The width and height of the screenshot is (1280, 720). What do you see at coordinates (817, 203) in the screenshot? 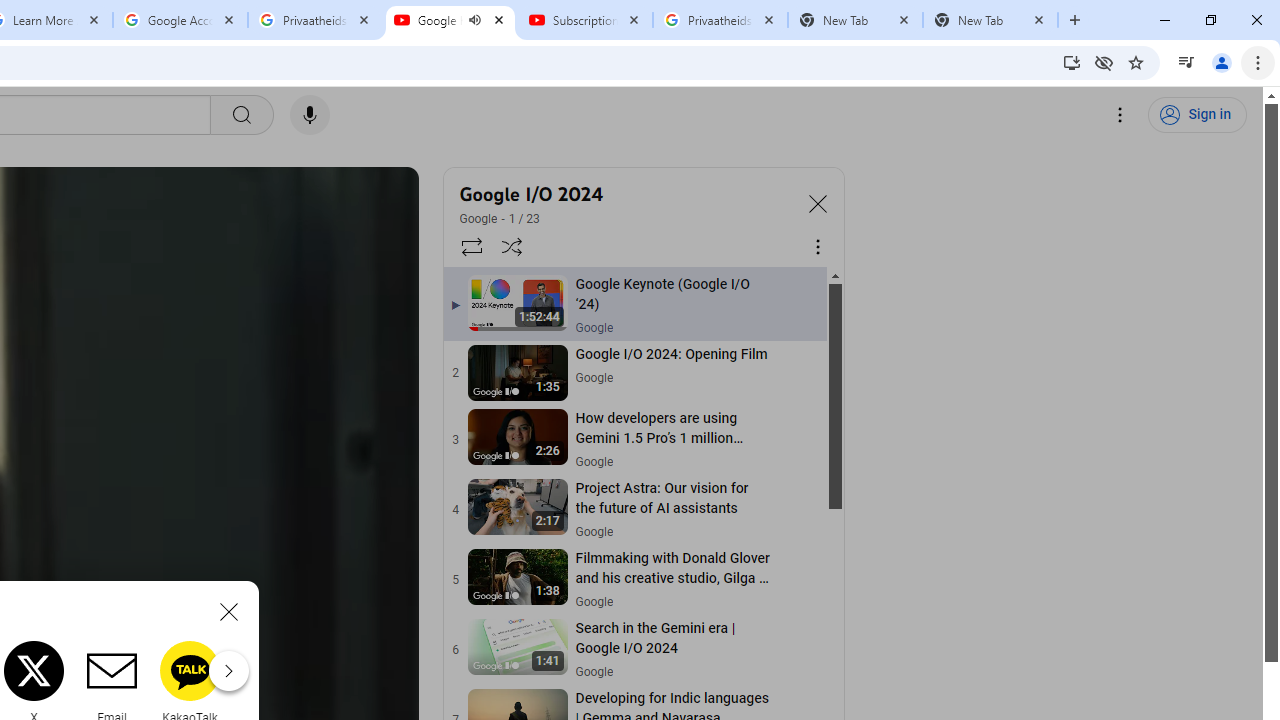
I see `'Collapse'` at bounding box center [817, 203].